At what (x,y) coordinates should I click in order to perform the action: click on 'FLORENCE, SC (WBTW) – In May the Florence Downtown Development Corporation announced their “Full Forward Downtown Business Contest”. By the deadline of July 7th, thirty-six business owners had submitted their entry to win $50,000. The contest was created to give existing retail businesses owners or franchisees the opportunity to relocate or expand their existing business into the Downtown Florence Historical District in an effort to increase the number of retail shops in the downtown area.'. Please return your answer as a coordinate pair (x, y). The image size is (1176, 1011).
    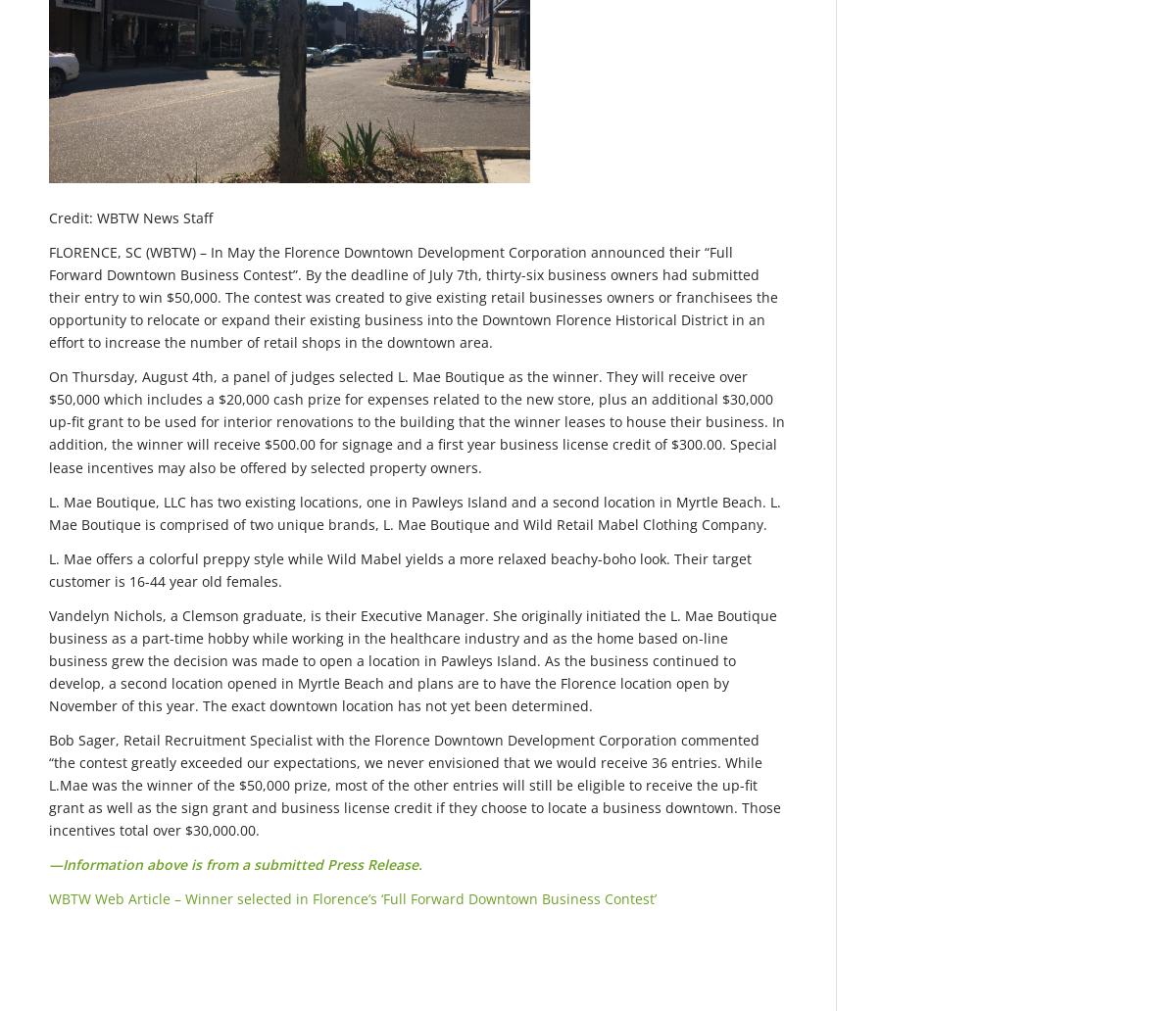
    Looking at the image, I should click on (49, 296).